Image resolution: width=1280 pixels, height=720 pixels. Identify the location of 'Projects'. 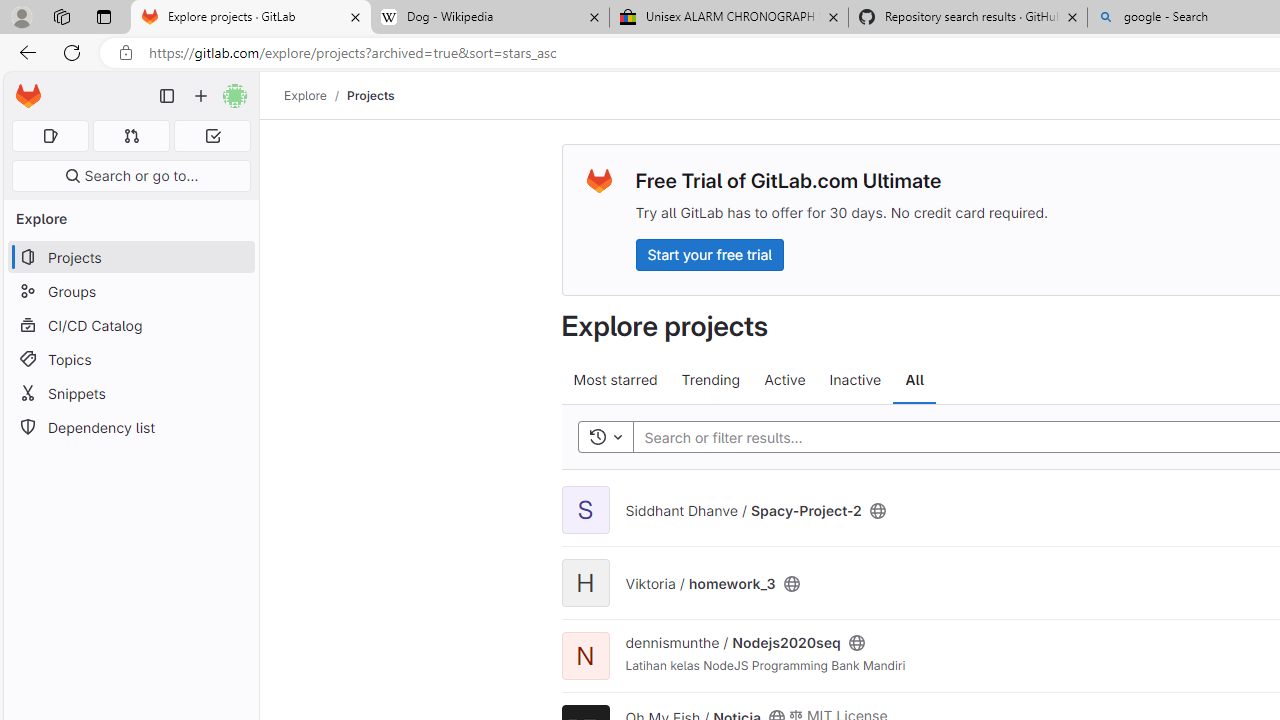
(371, 95).